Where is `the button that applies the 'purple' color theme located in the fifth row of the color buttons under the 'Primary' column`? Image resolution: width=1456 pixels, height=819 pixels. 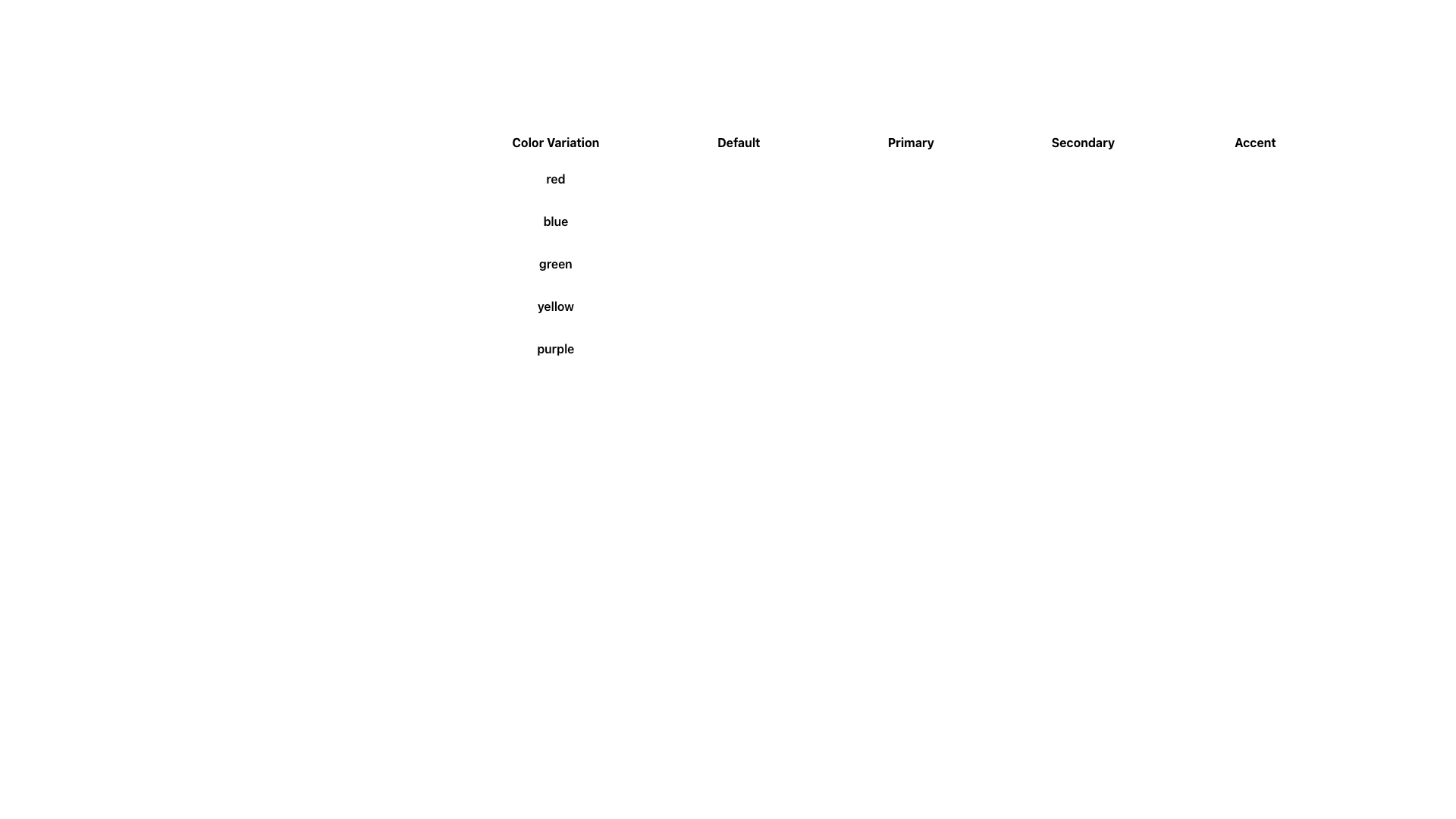 the button that applies the 'purple' color theme located in the fifth row of the color buttons under the 'Primary' column is located at coordinates (874, 348).